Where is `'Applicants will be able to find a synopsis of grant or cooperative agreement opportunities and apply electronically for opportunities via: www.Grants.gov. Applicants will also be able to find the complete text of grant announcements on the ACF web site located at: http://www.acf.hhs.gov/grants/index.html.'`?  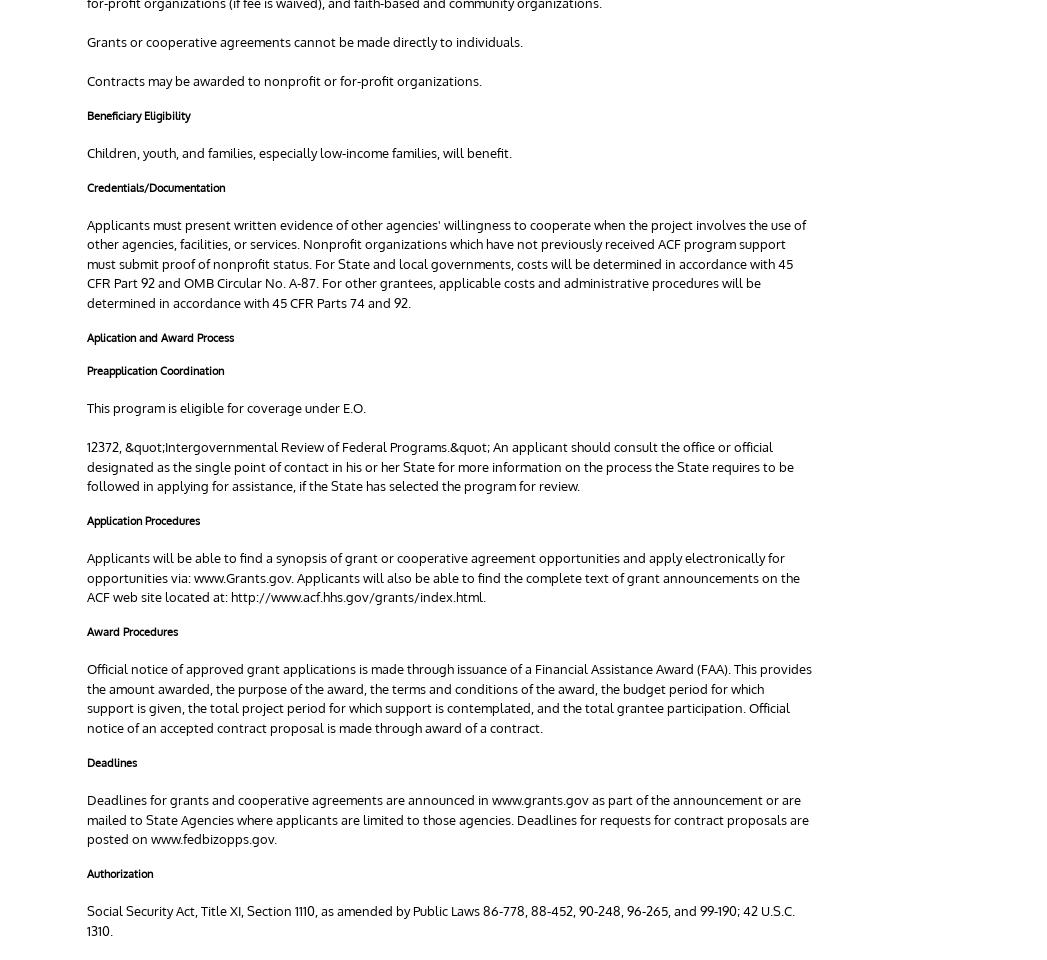
'Applicants will be able to find a synopsis of grant or cooperative agreement opportunities and apply electronically for opportunities via: www.Grants.gov. Applicants will also be able to find the complete text of grant announcements on the ACF web site located at: http://www.acf.hhs.gov/grants/index.html.' is located at coordinates (443, 577).